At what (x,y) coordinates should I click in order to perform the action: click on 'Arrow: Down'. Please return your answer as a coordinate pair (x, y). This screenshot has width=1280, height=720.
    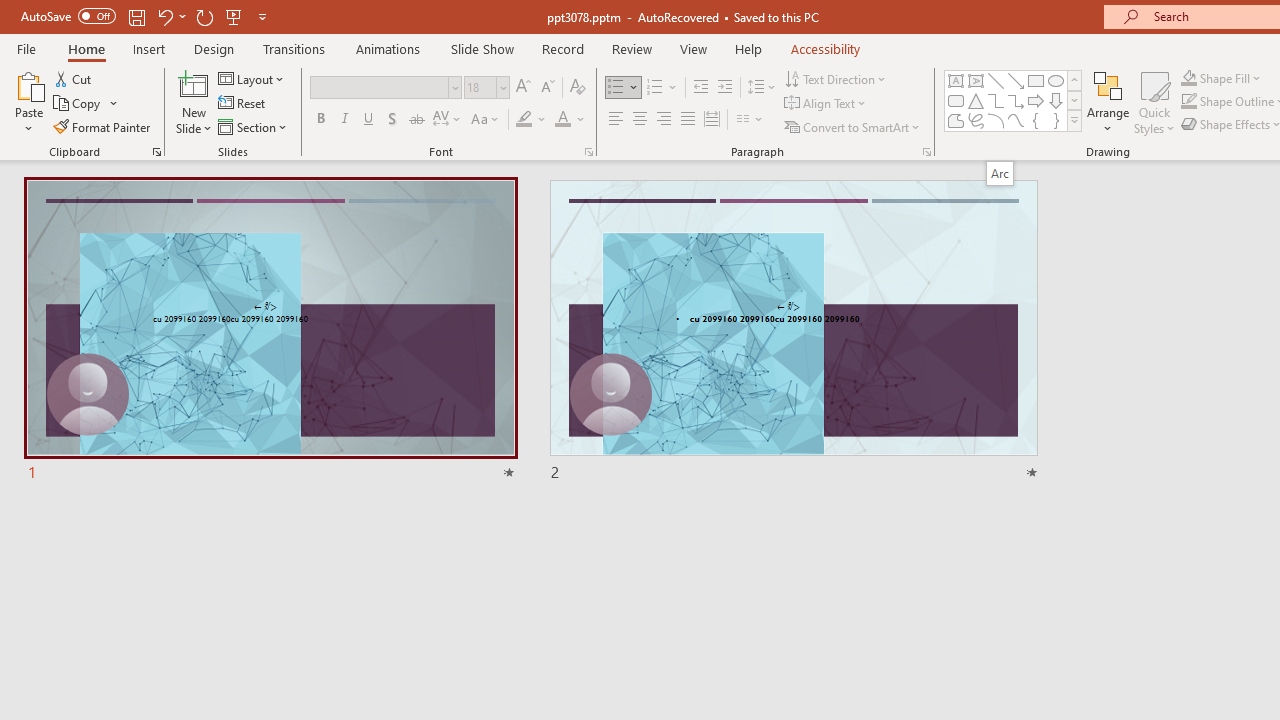
    Looking at the image, I should click on (1055, 100).